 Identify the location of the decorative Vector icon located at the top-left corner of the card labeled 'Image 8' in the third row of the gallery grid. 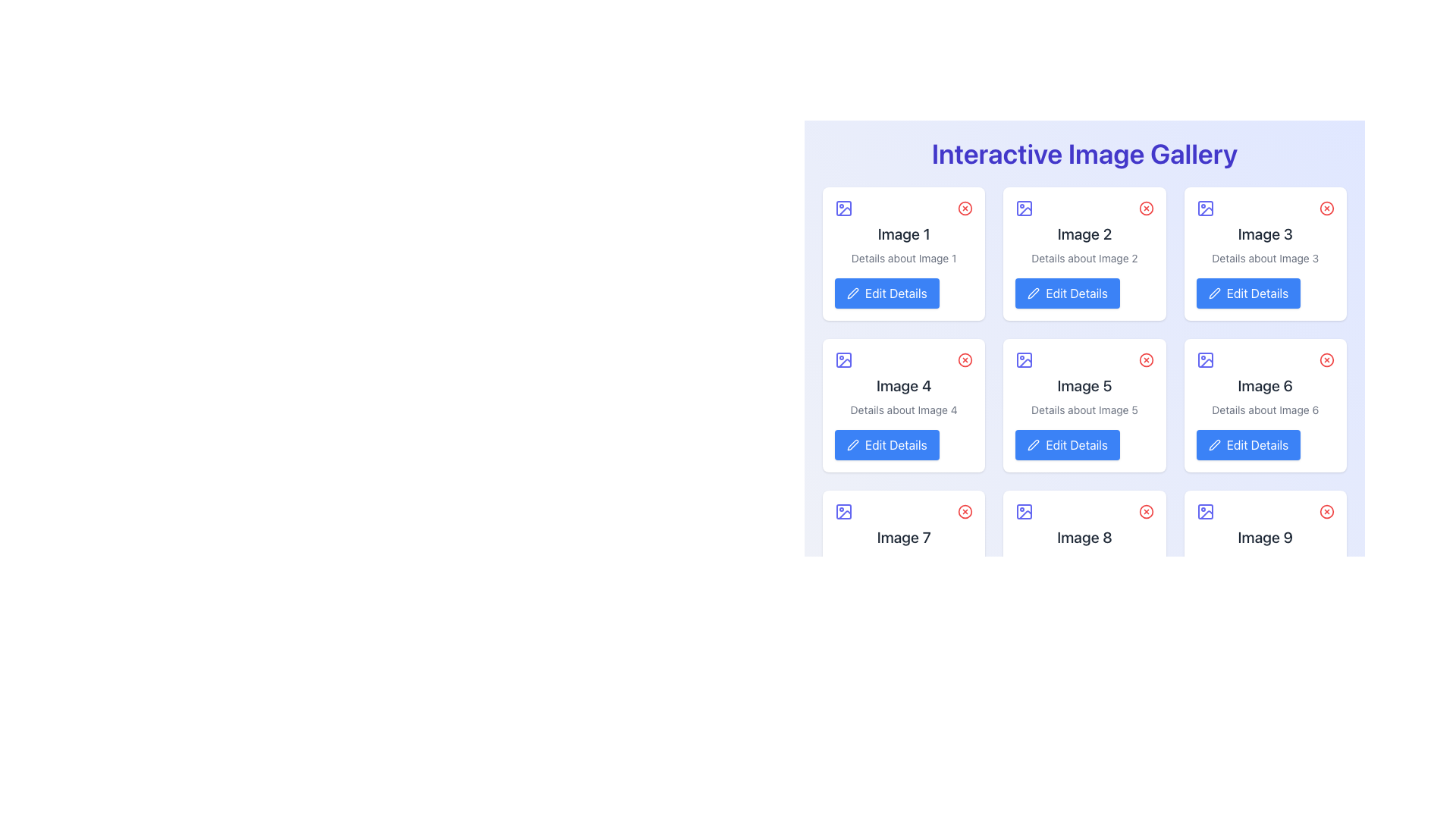
(1025, 512).